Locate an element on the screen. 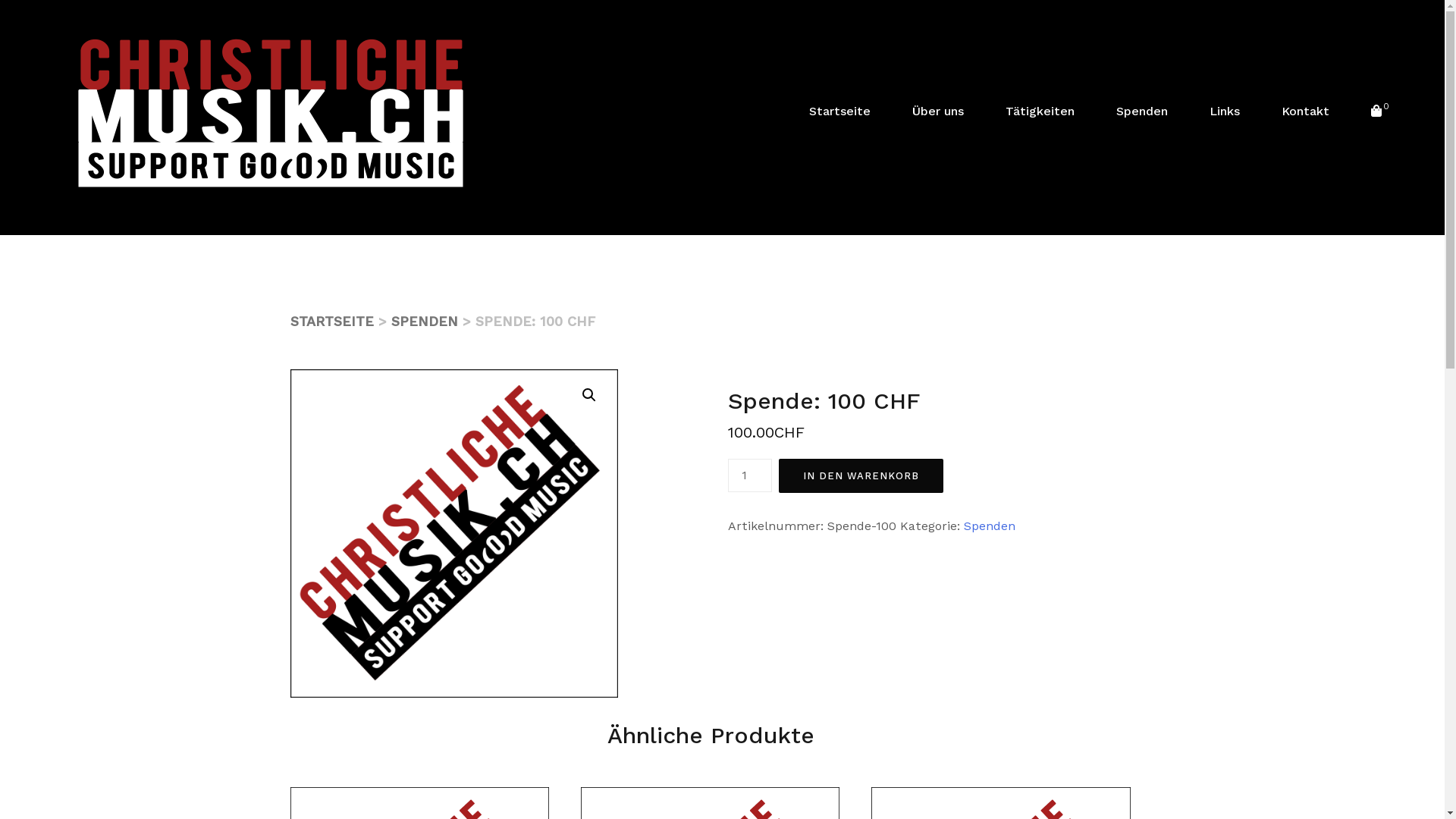 The height and width of the screenshot is (819, 1456). 'ChristlichemusikIcon1' is located at coordinates (453, 532).